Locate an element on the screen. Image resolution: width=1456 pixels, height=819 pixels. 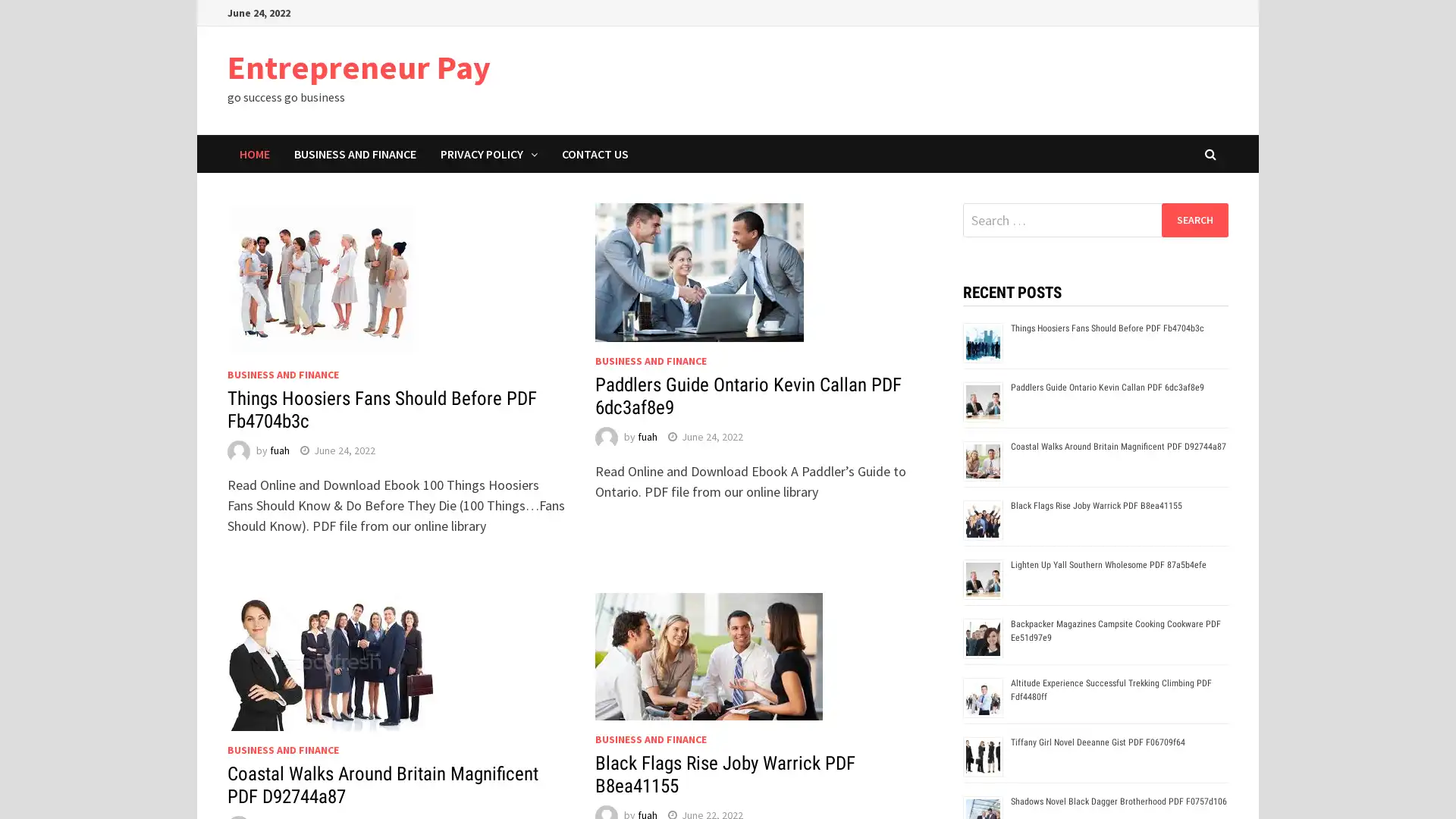
Search is located at coordinates (1194, 219).